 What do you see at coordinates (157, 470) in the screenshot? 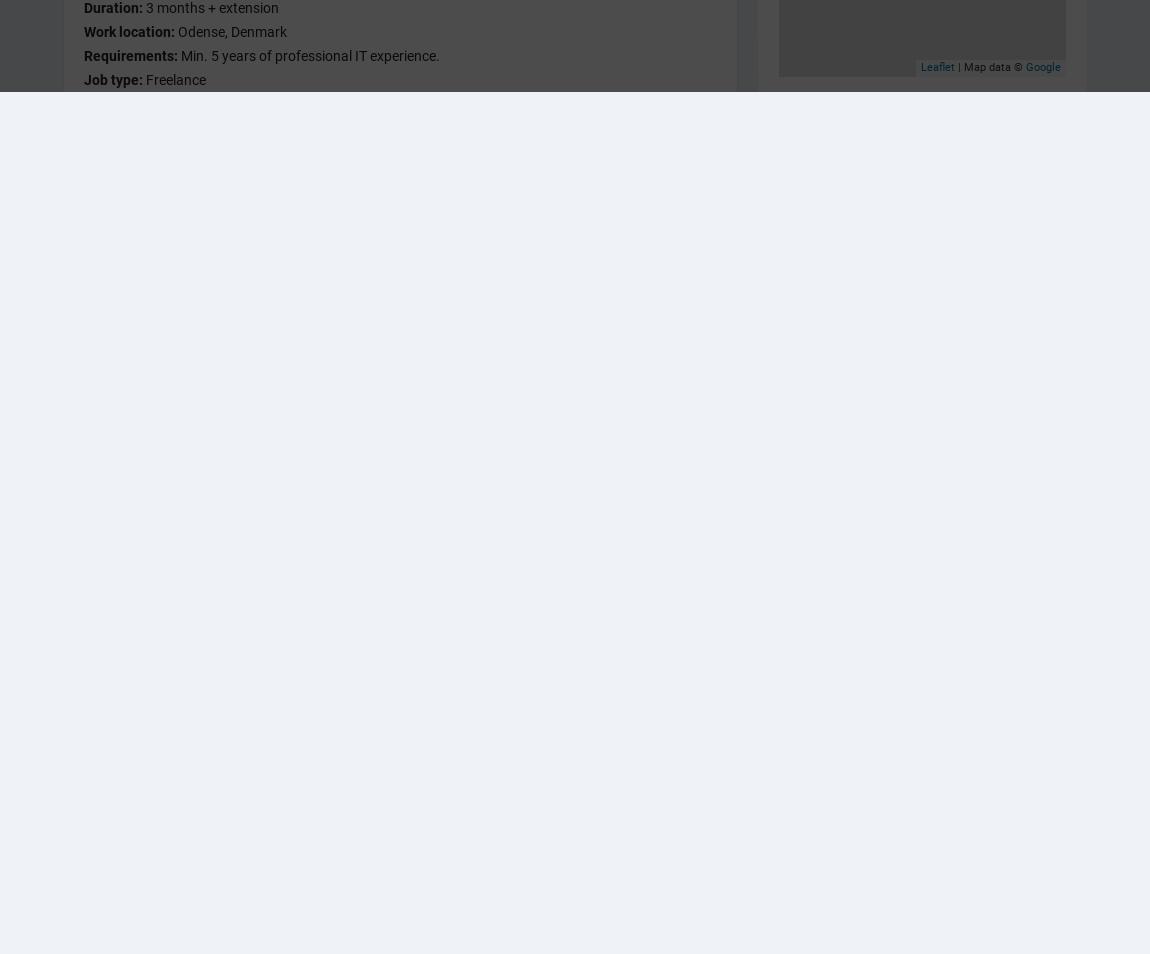
I see `'Er du klar til at freelance – få karriere-sparring i IDA'` at bounding box center [157, 470].